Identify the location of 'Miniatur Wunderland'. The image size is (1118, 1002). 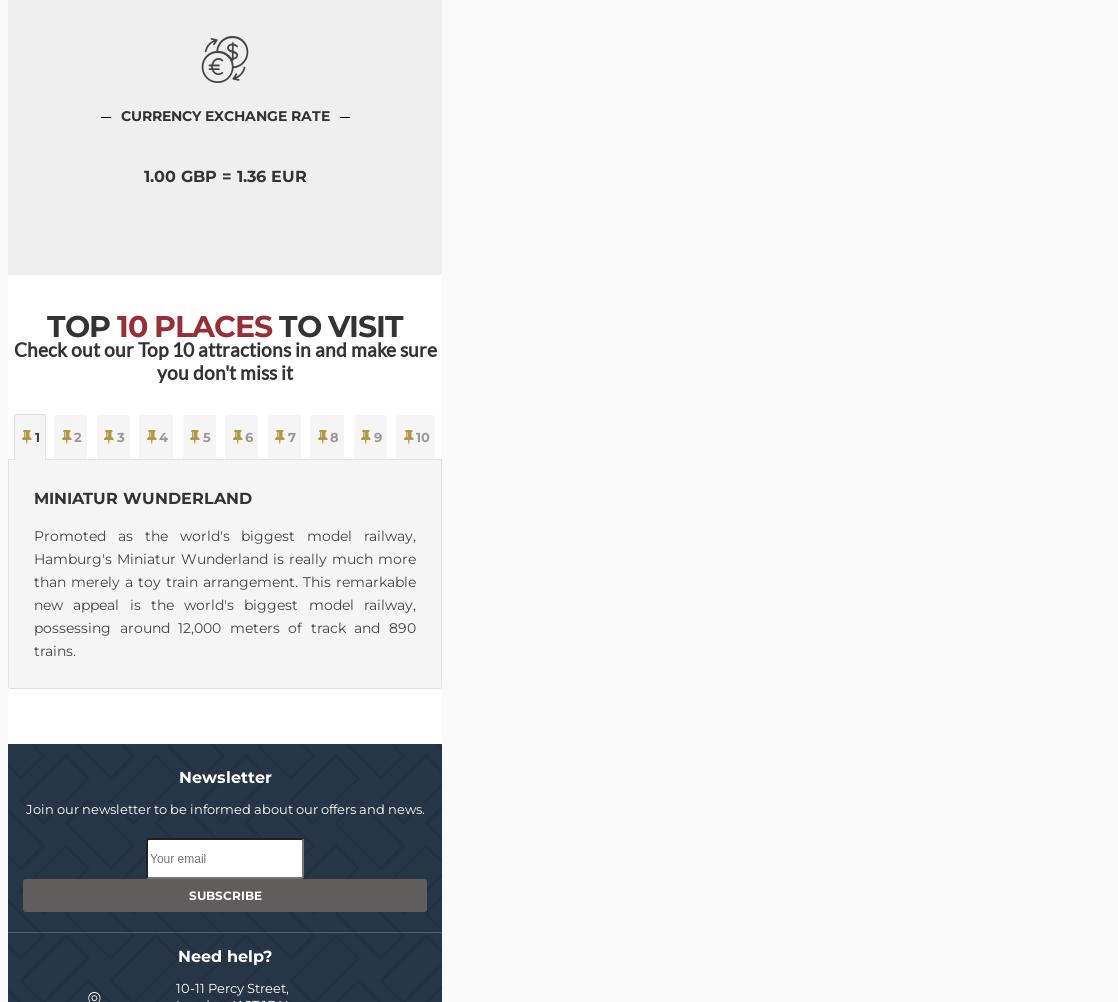
(142, 497).